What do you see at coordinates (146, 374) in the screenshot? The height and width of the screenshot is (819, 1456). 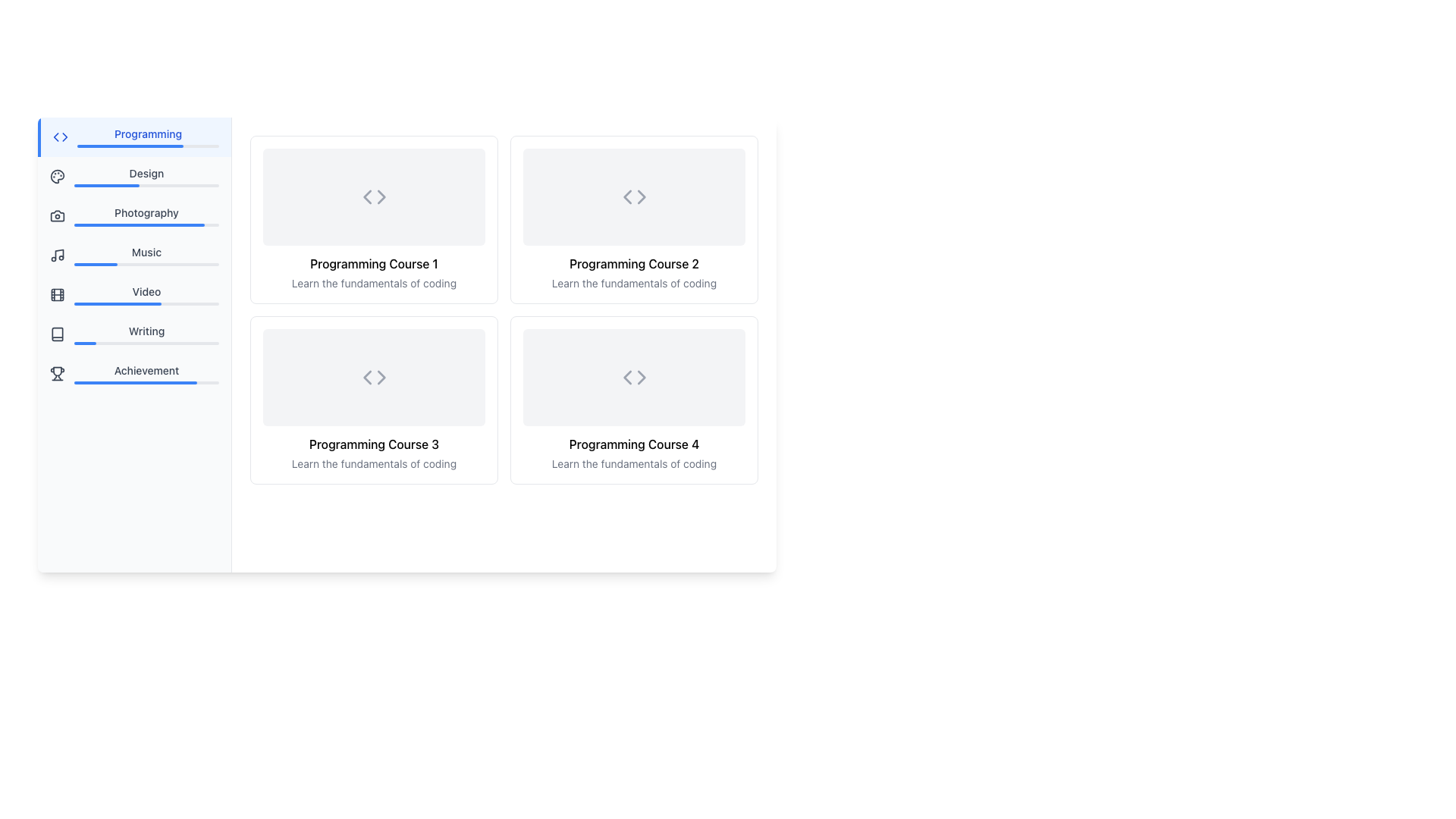 I see `the navigation item for 'Achievement' located in the vertical menu on the left side panel` at bounding box center [146, 374].